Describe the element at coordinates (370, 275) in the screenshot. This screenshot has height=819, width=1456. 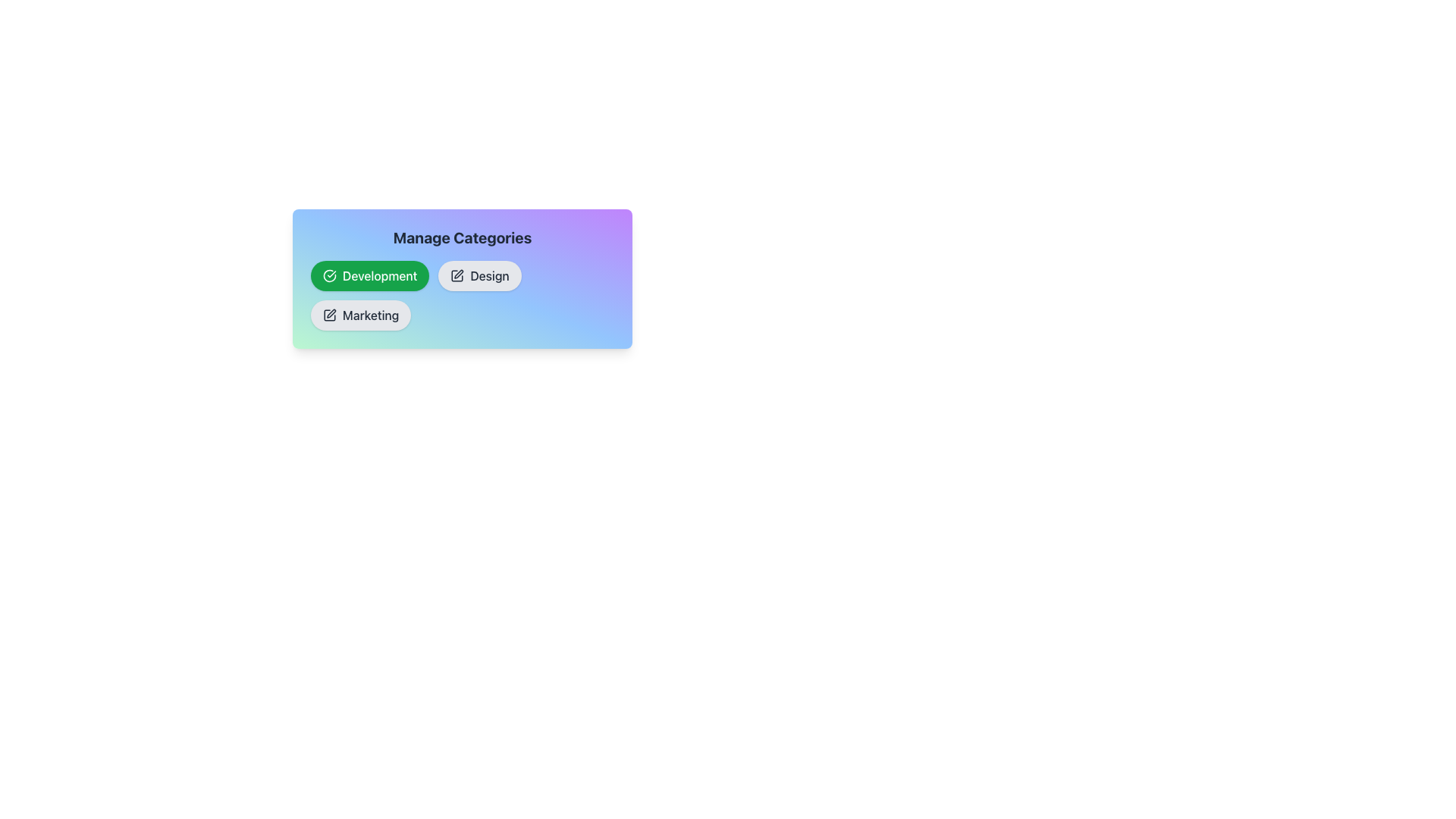
I see `the green rounded rectangle button labeled 'Development' with a checkmark icon` at that location.